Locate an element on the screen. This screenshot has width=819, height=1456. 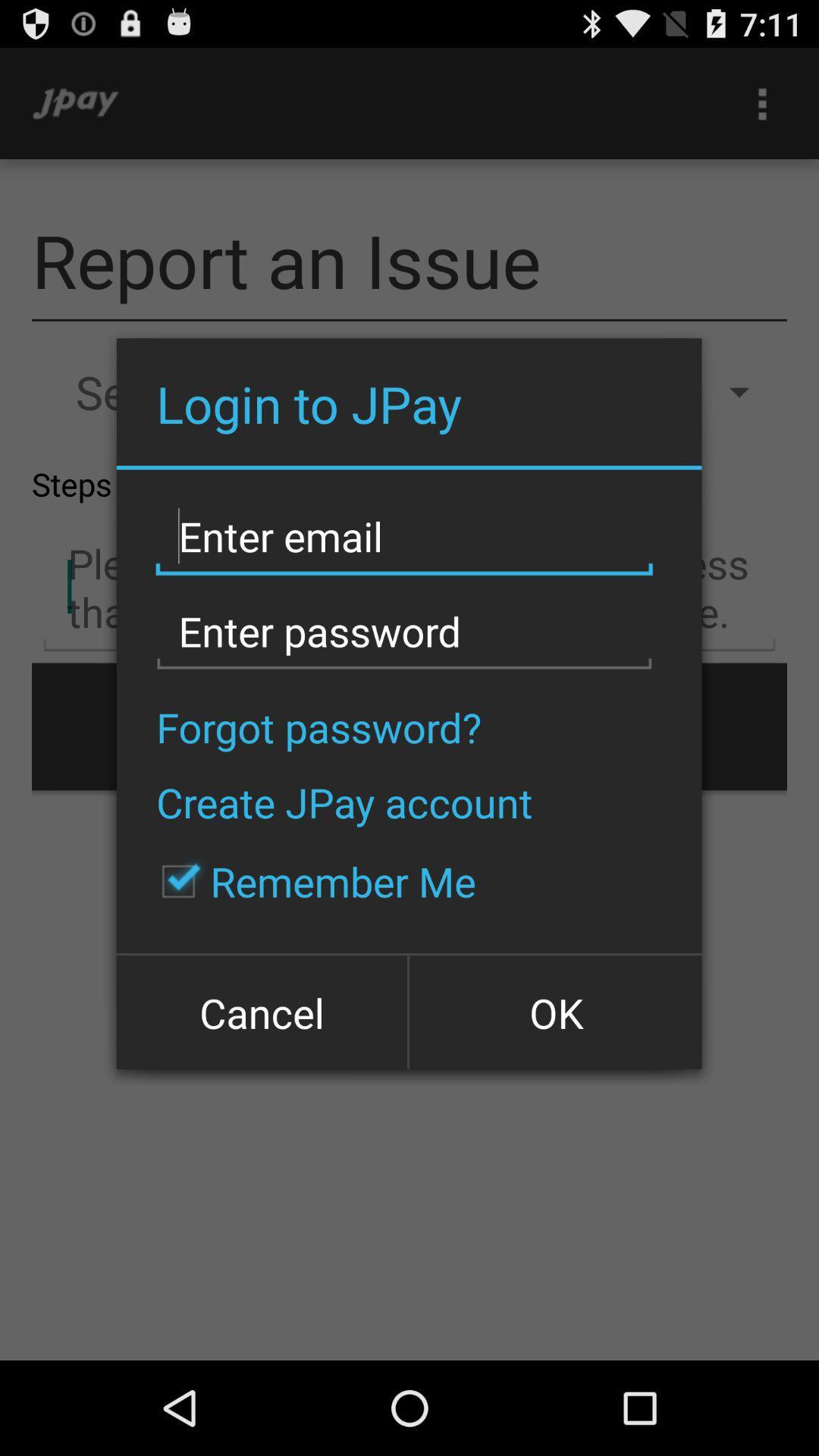
the item below the create jpay account is located at coordinates (310, 881).